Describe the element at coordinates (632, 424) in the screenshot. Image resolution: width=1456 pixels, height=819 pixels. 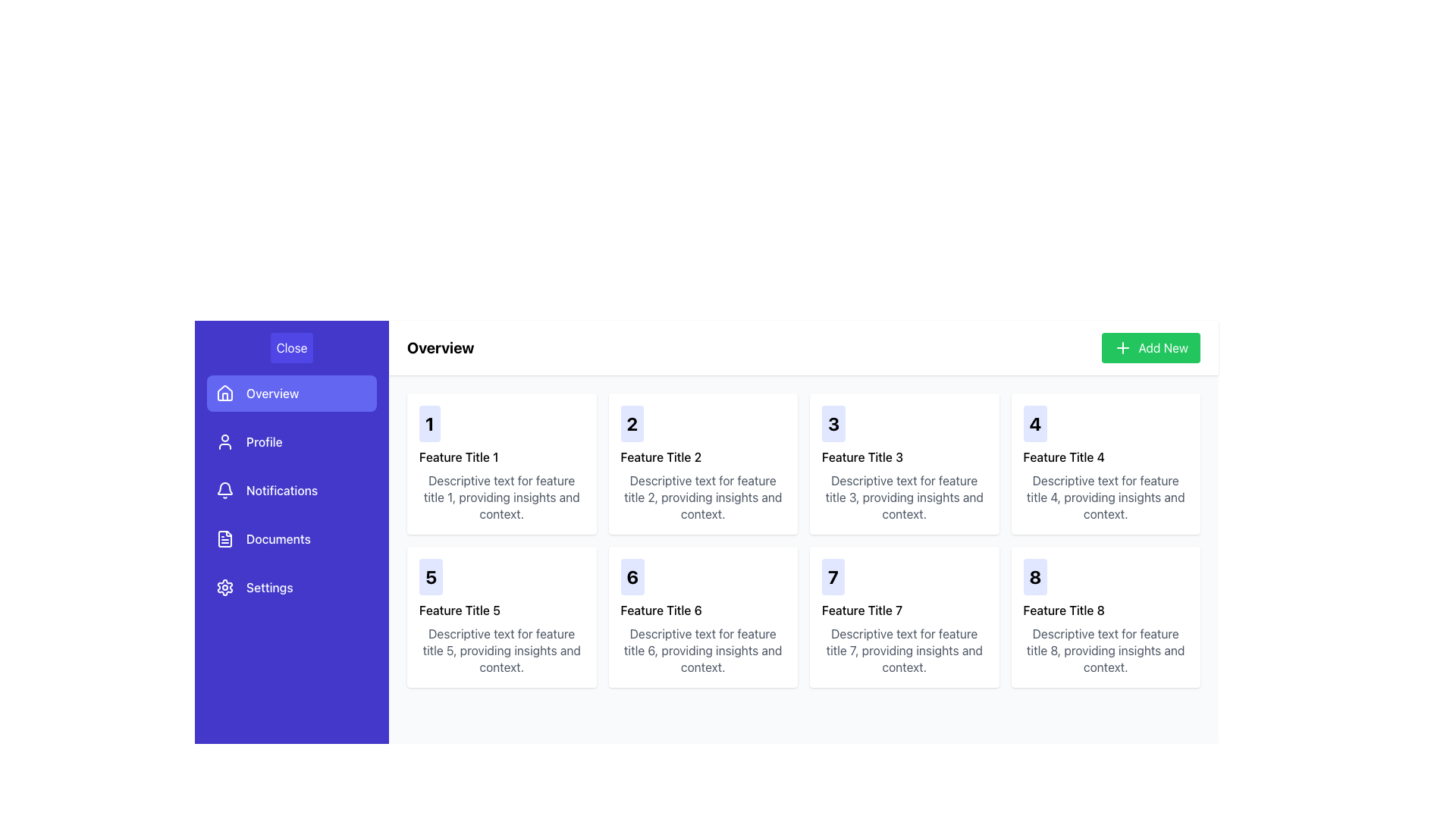
I see `the static text element that designates the index of the respective feature tile in the grid, located at the top-left corner of the second feature tile in the second column of the first row` at that location.